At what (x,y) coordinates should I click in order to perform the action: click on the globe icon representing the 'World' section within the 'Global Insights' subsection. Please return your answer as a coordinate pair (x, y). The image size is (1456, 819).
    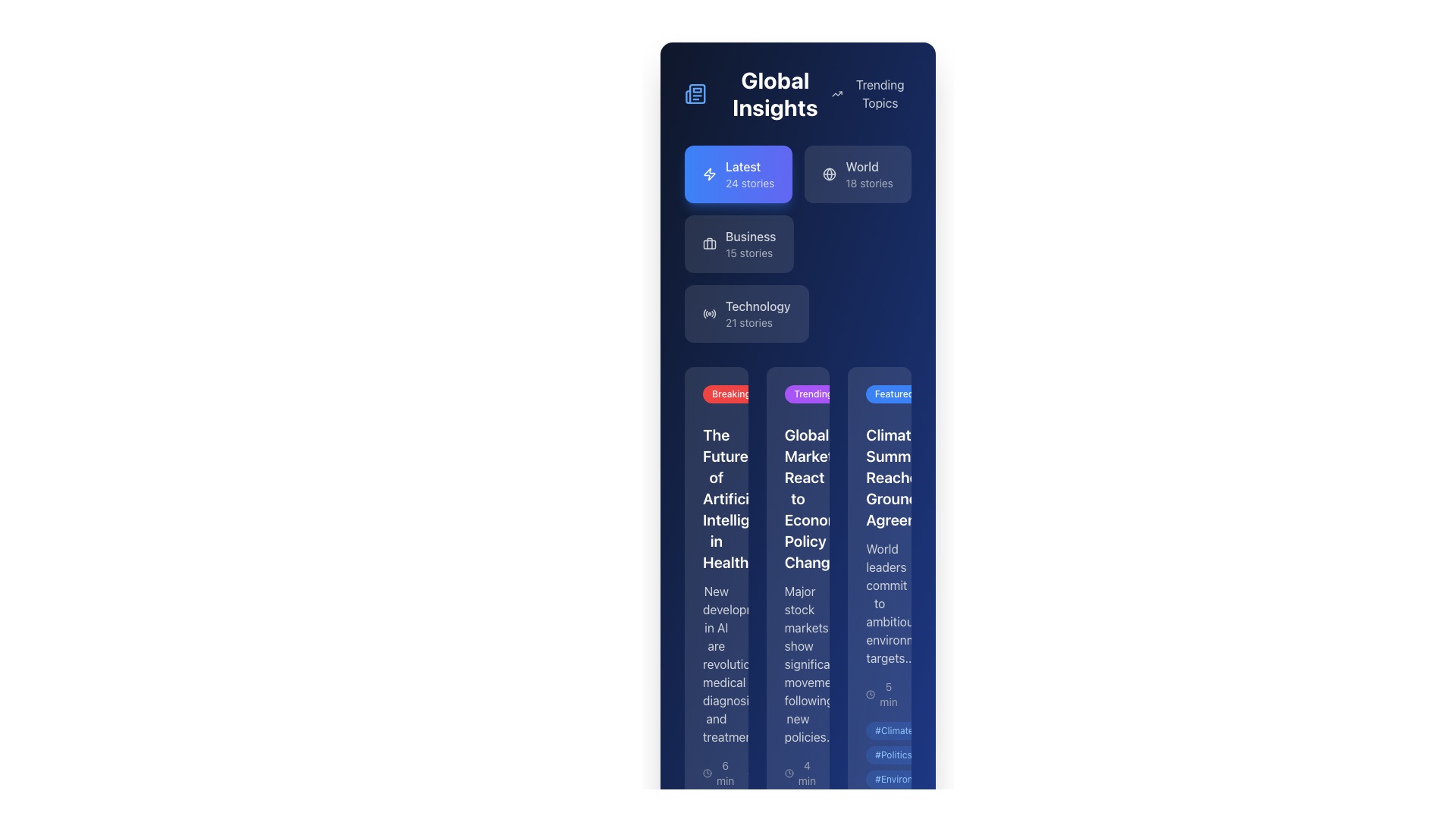
    Looking at the image, I should click on (829, 174).